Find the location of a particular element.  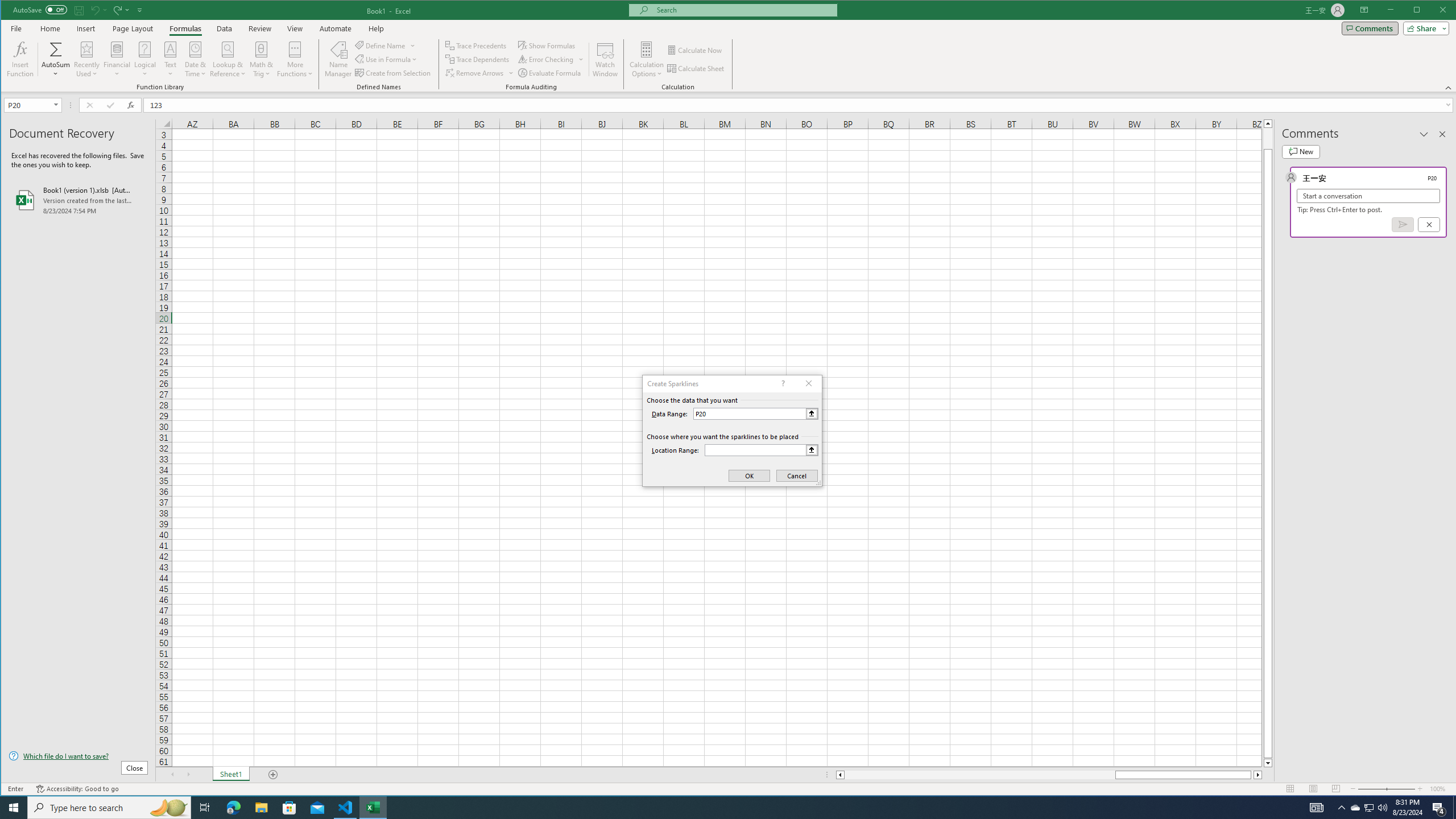

'Normal' is located at coordinates (1290, 788).